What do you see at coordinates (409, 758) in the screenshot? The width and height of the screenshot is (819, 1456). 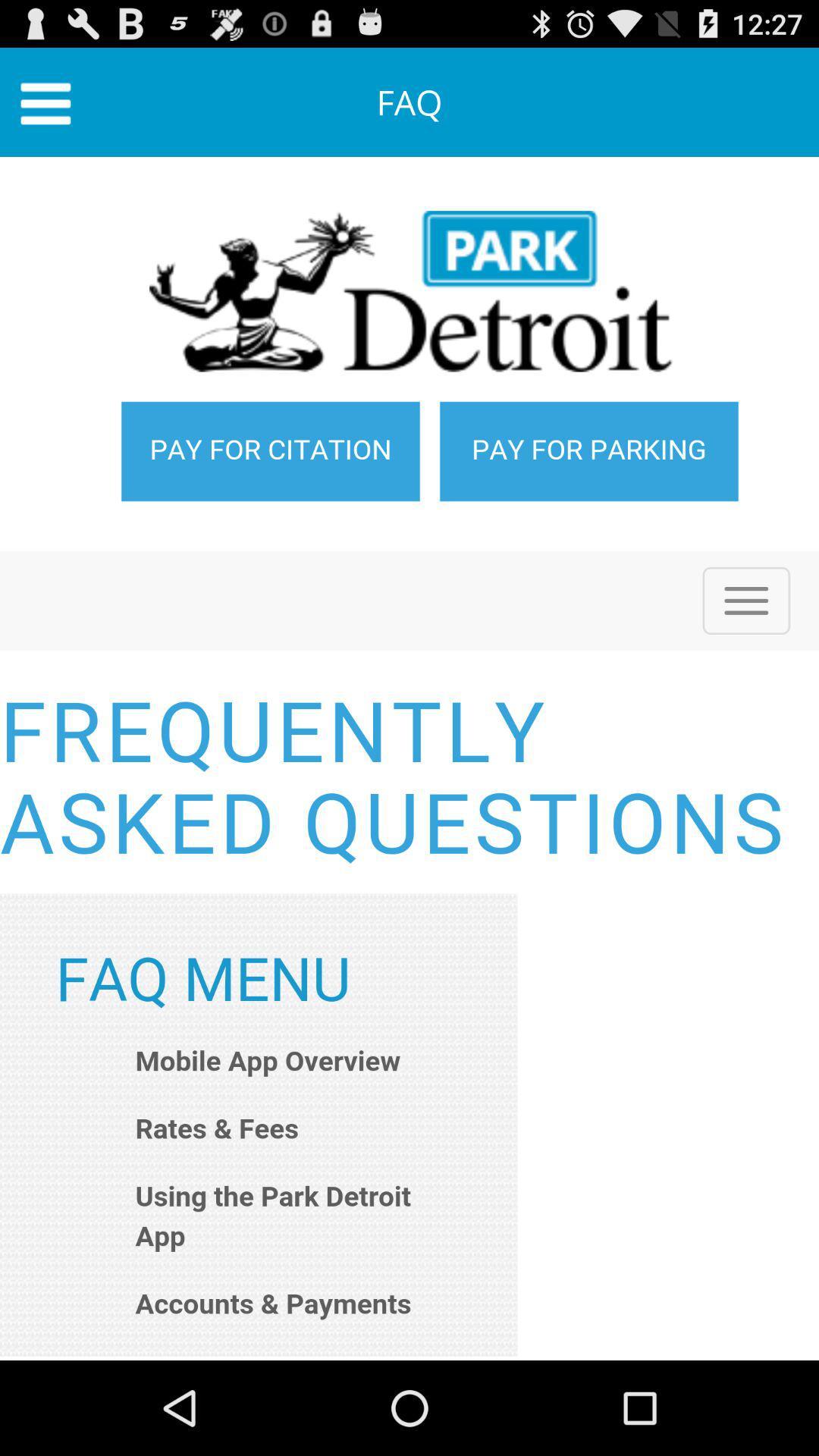 I see `the entire article` at bounding box center [409, 758].